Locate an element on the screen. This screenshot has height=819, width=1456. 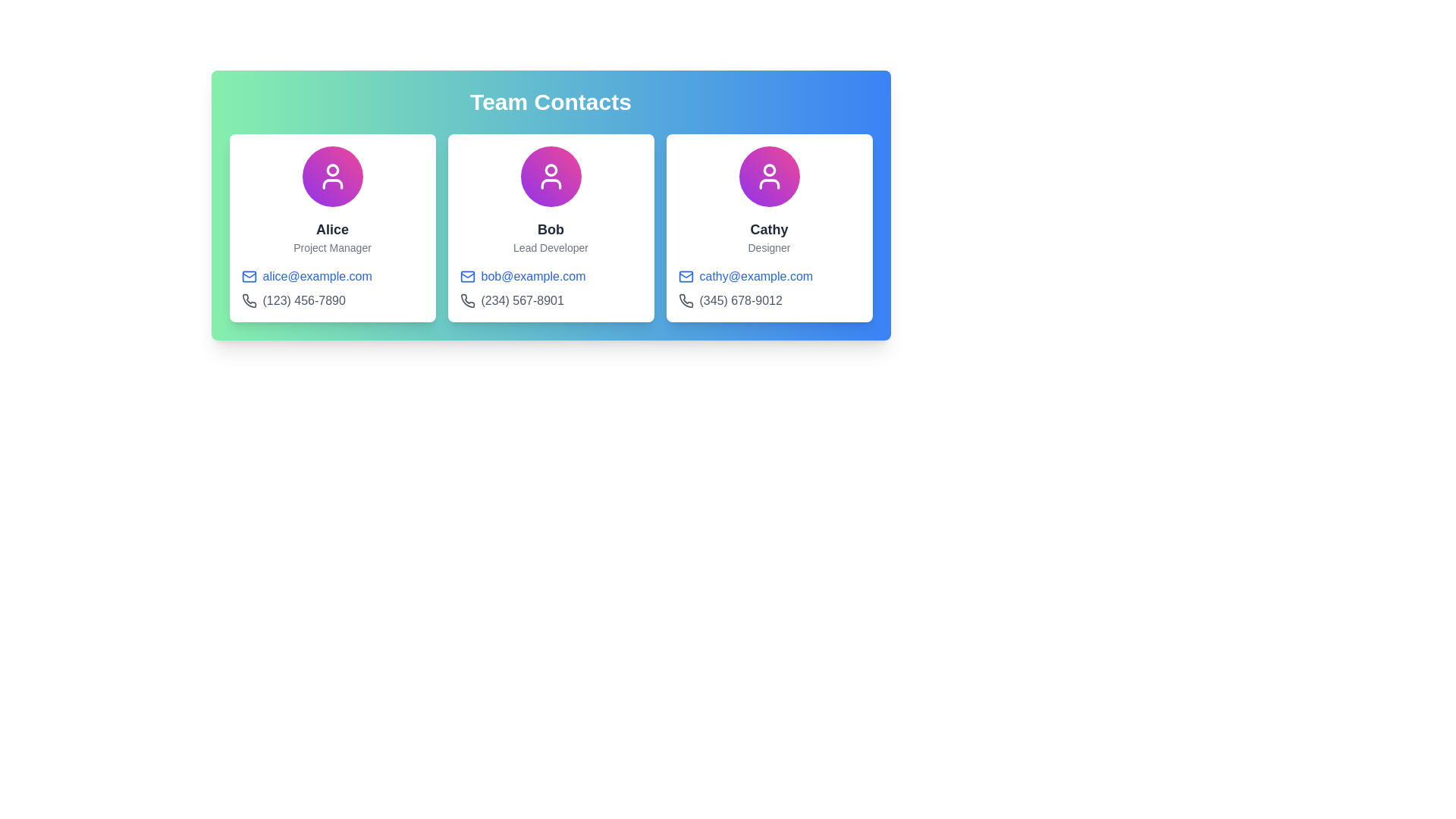
text displayed in the phone number label adjacent to the phone icon for the contact 'Alice', a 'Project Manager' is located at coordinates (303, 301).